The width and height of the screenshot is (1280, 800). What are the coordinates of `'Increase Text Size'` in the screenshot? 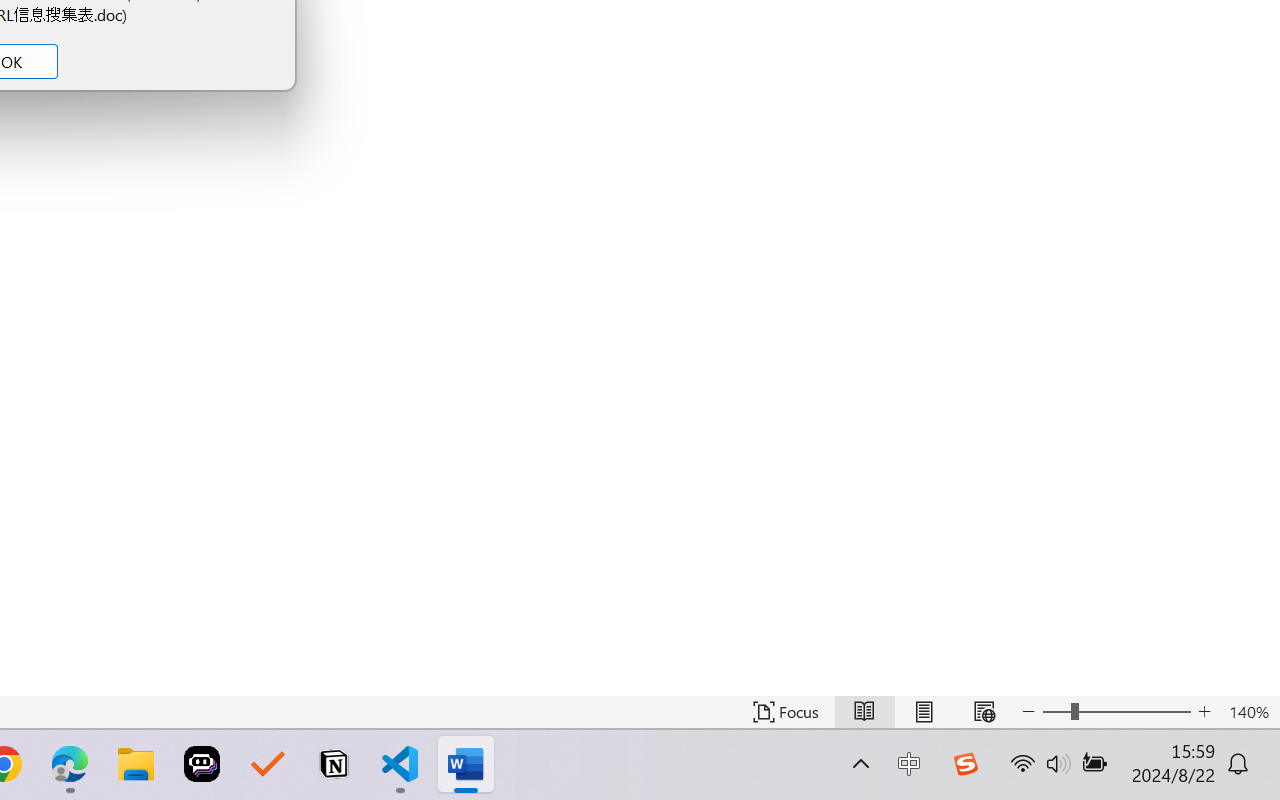 It's located at (1204, 711).